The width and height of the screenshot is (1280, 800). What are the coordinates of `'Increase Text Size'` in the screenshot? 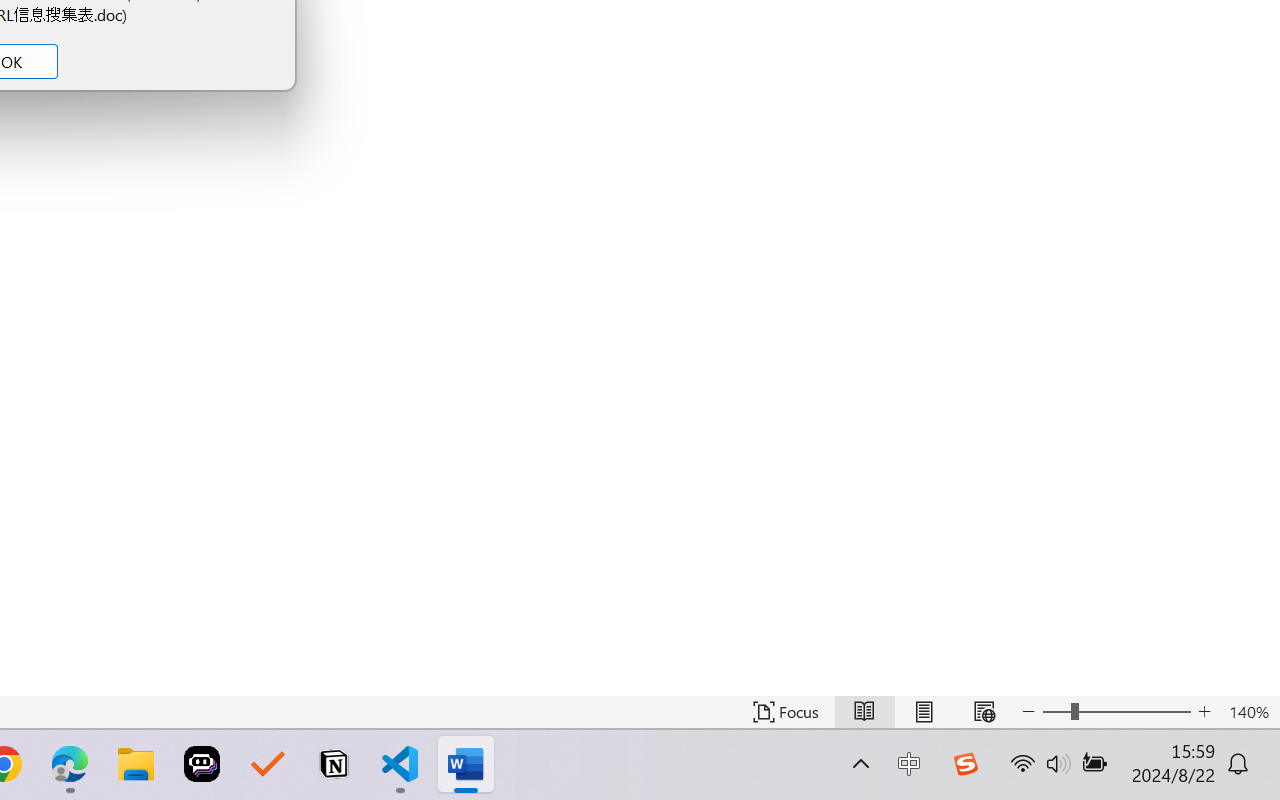 It's located at (1204, 711).